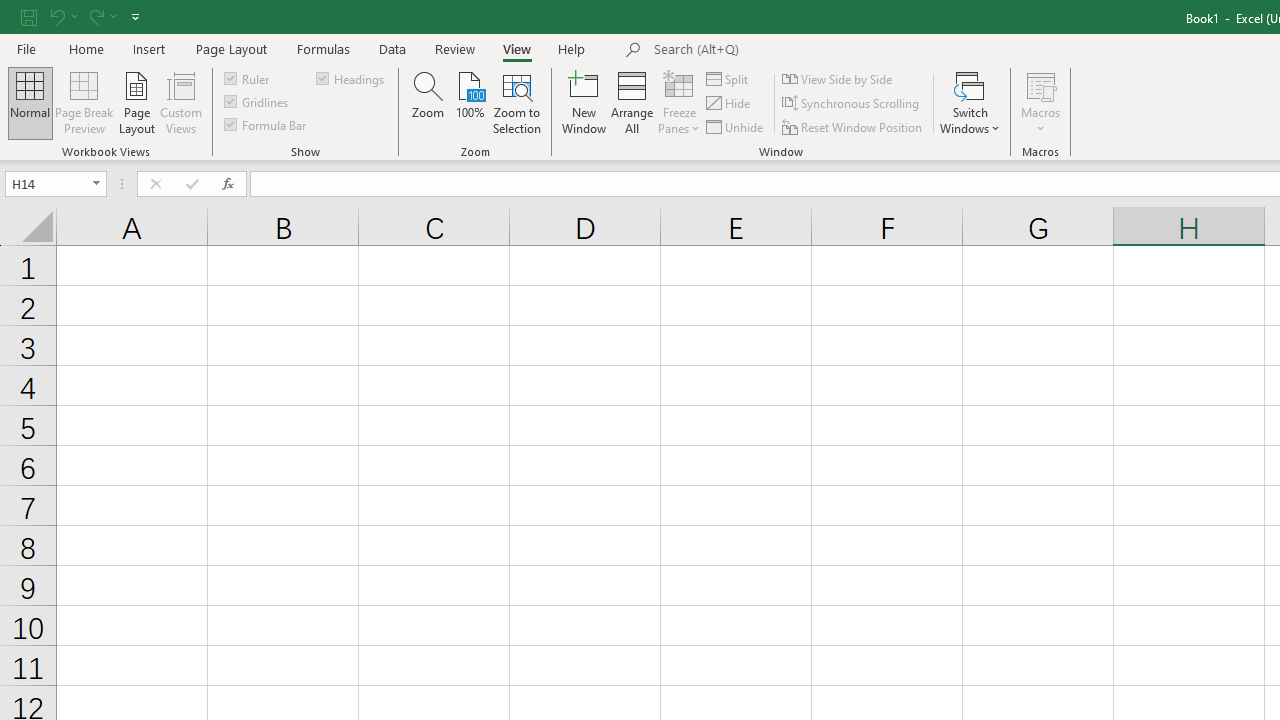 This screenshot has width=1280, height=720. Describe the element at coordinates (727, 78) in the screenshot. I see `'Split'` at that location.